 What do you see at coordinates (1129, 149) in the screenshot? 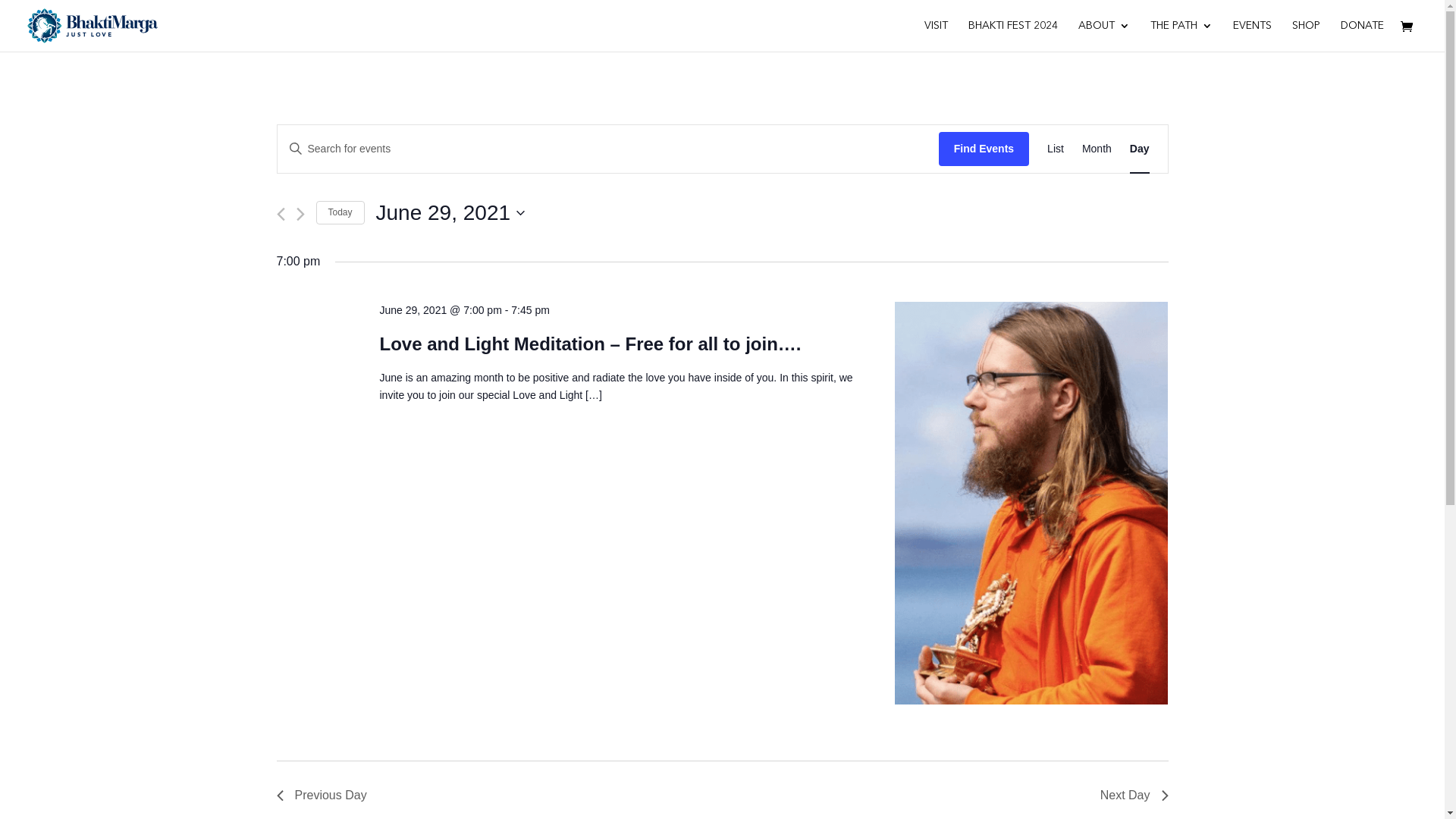
I see `'Day'` at bounding box center [1129, 149].